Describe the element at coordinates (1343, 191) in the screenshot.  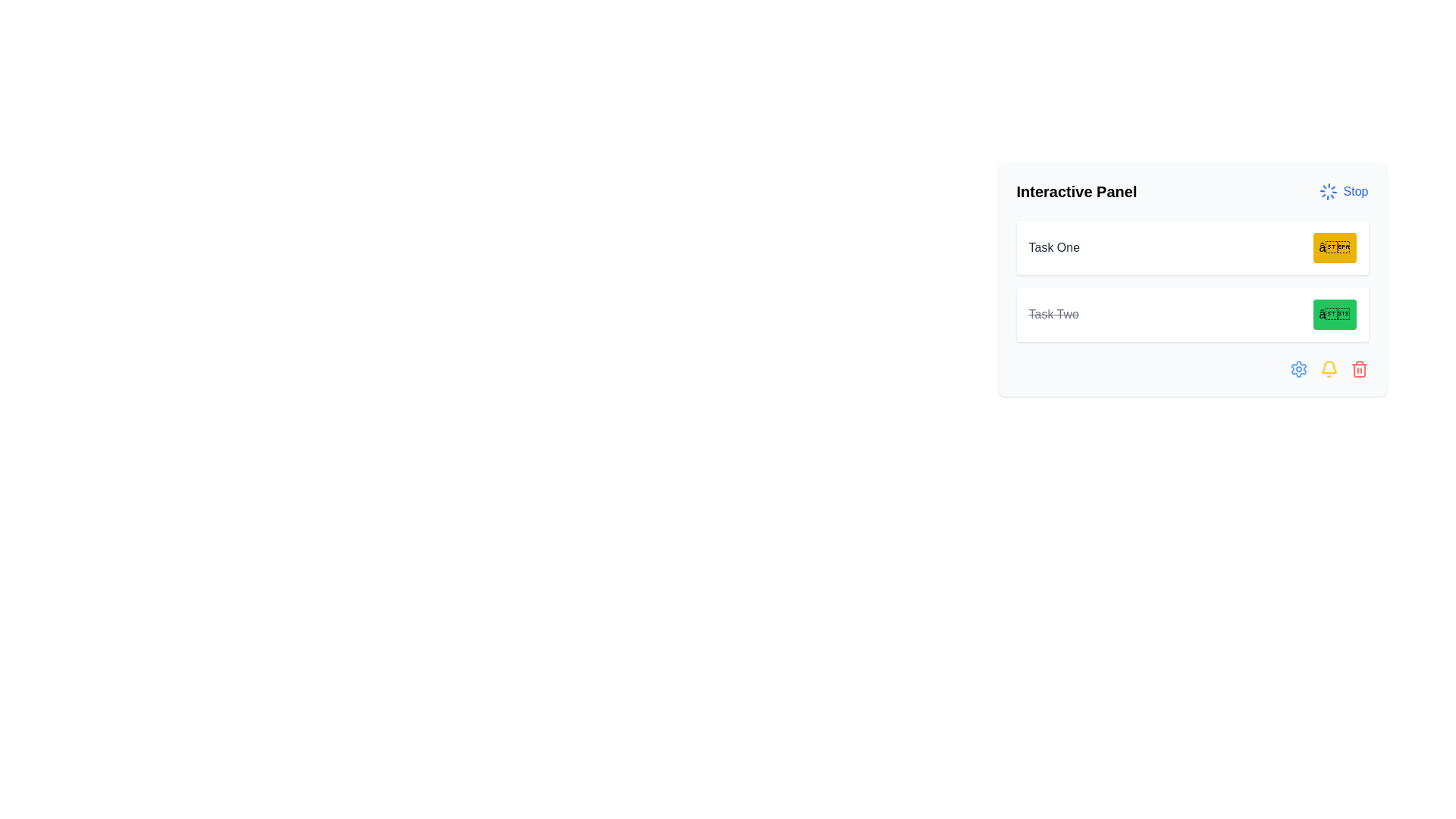
I see `the stop button located to the right of the 'Interactive Panel' header` at that location.